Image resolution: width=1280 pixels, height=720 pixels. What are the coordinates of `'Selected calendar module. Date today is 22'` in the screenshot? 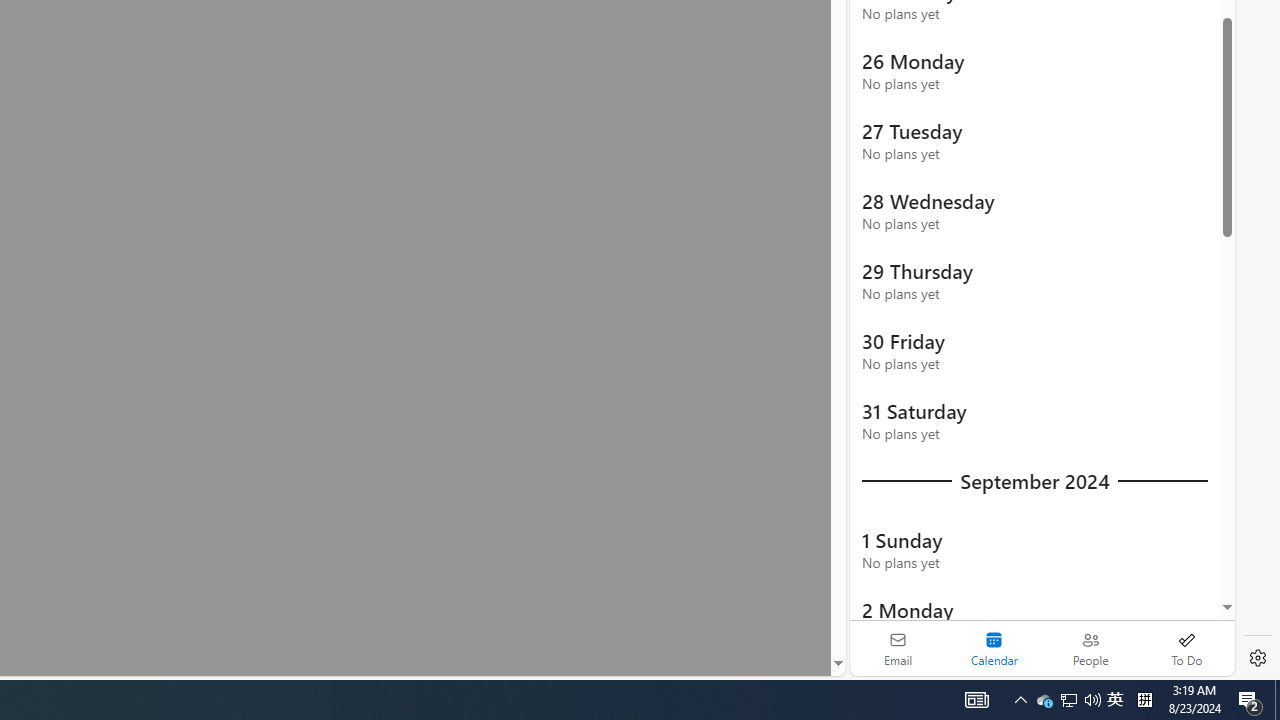 It's located at (994, 648).